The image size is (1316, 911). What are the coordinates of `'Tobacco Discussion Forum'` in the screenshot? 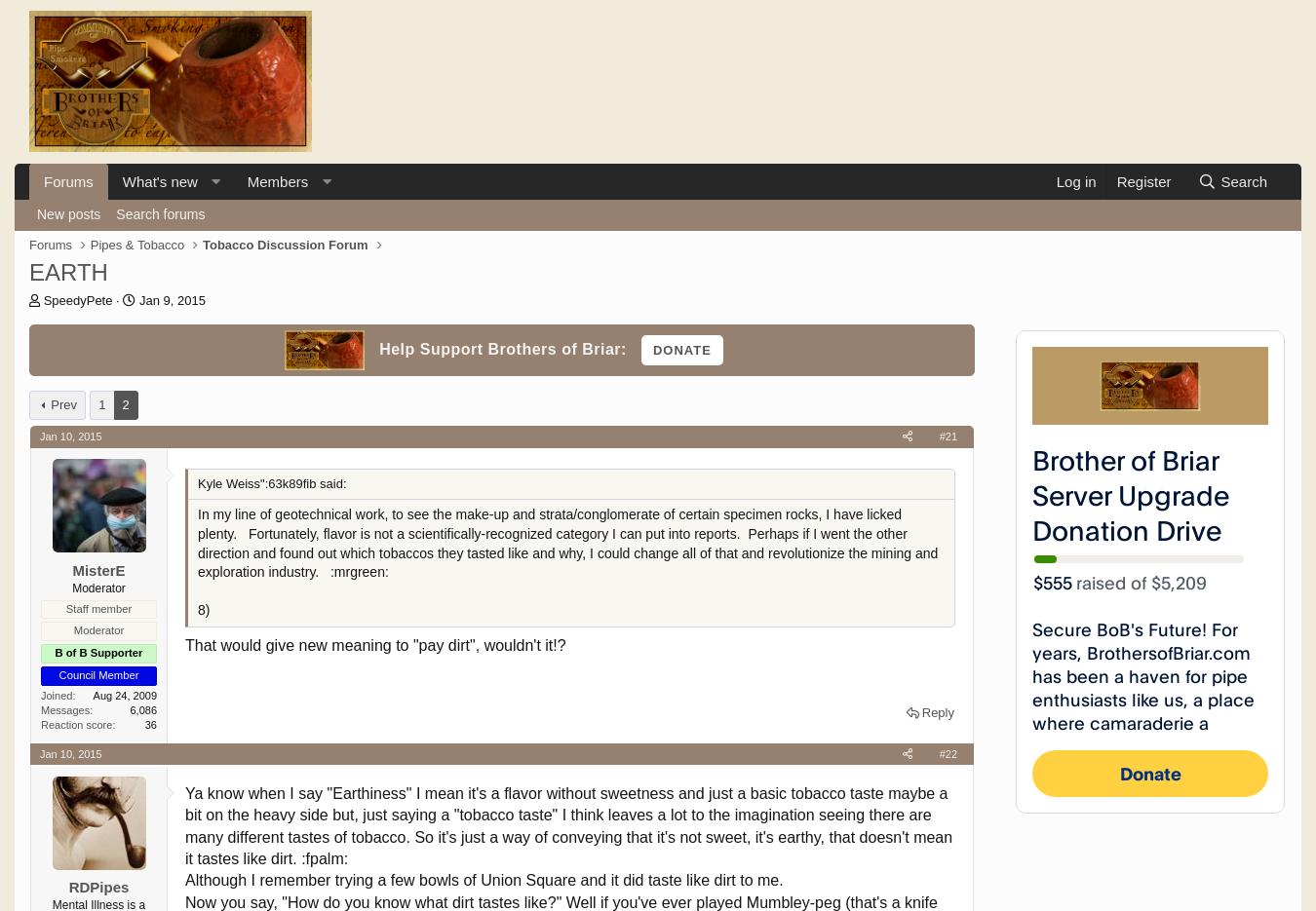 It's located at (284, 244).